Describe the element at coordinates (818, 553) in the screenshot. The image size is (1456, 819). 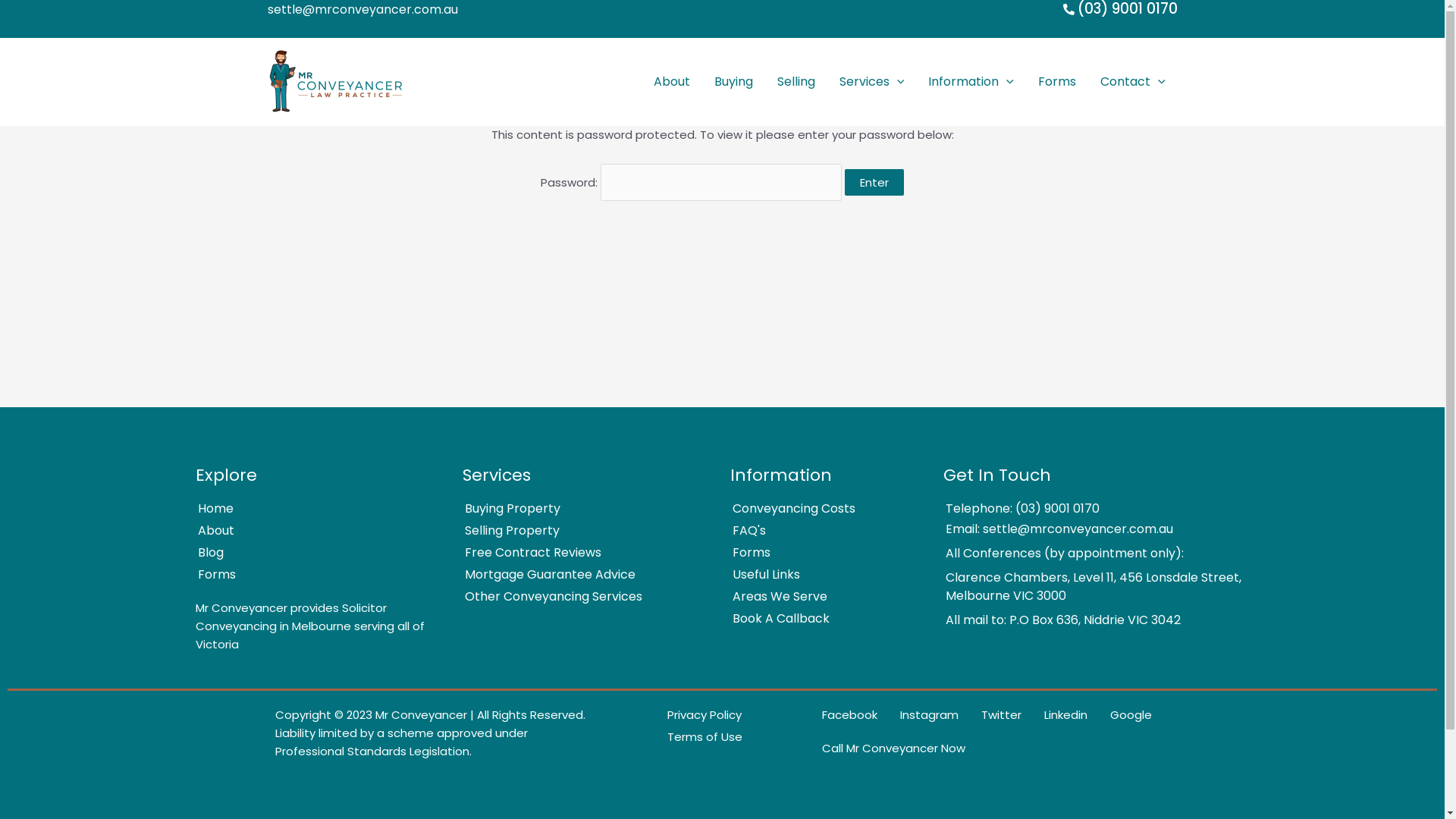
I see `'Forms'` at that location.